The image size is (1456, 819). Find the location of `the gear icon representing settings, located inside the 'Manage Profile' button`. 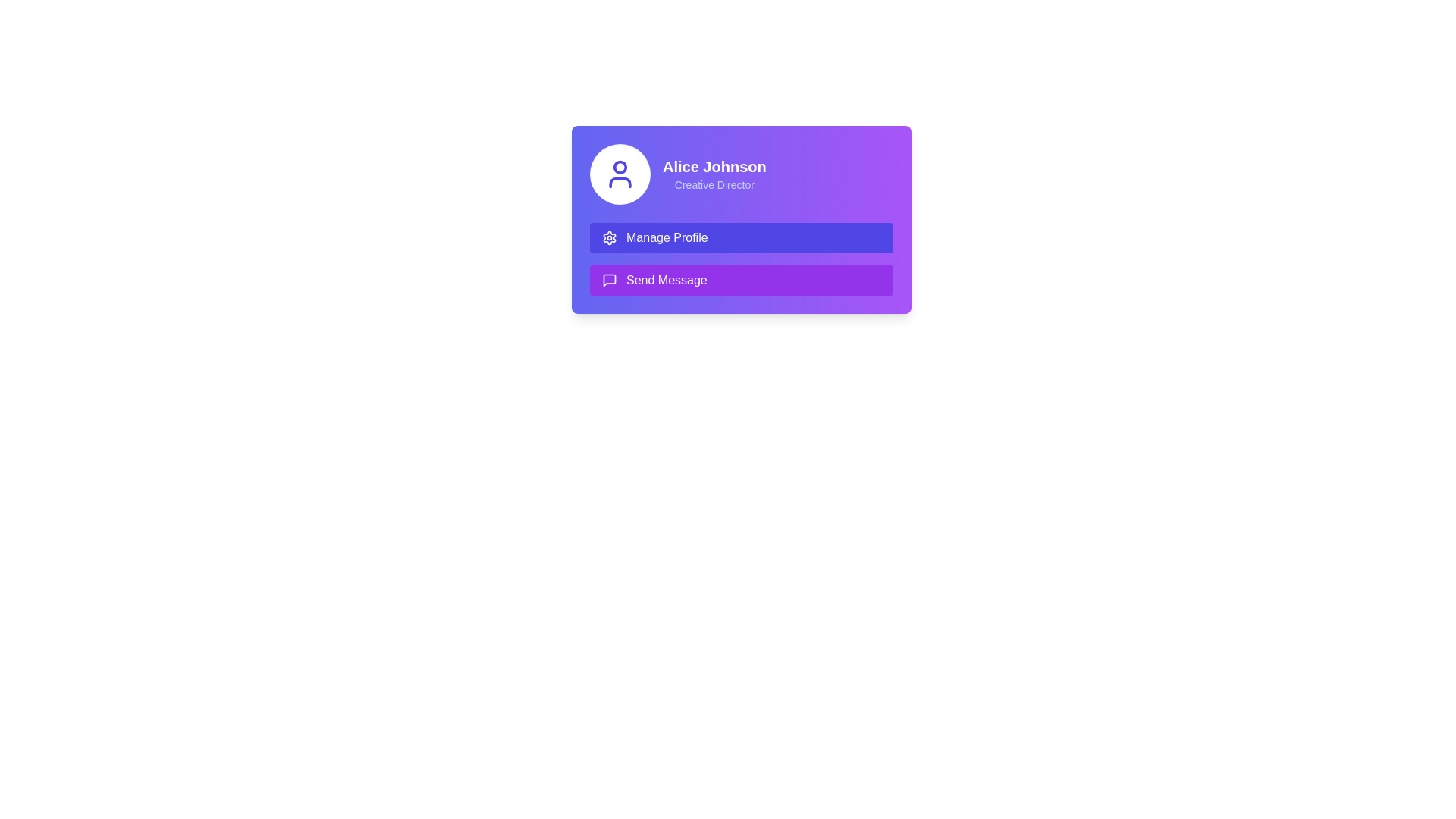

the gear icon representing settings, located inside the 'Manage Profile' button is located at coordinates (610, 237).